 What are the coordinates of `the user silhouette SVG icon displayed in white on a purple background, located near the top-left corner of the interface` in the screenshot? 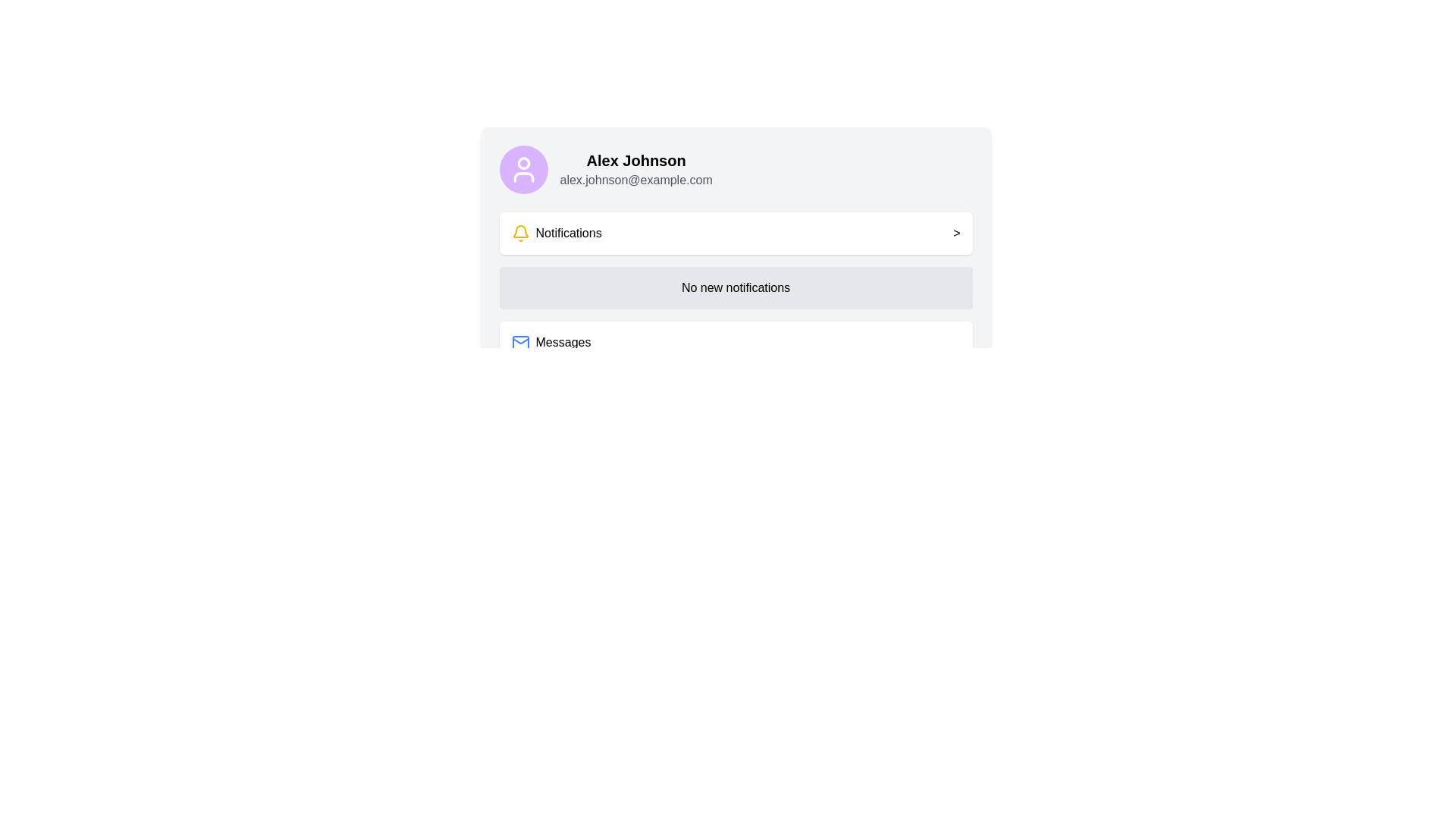 It's located at (523, 169).